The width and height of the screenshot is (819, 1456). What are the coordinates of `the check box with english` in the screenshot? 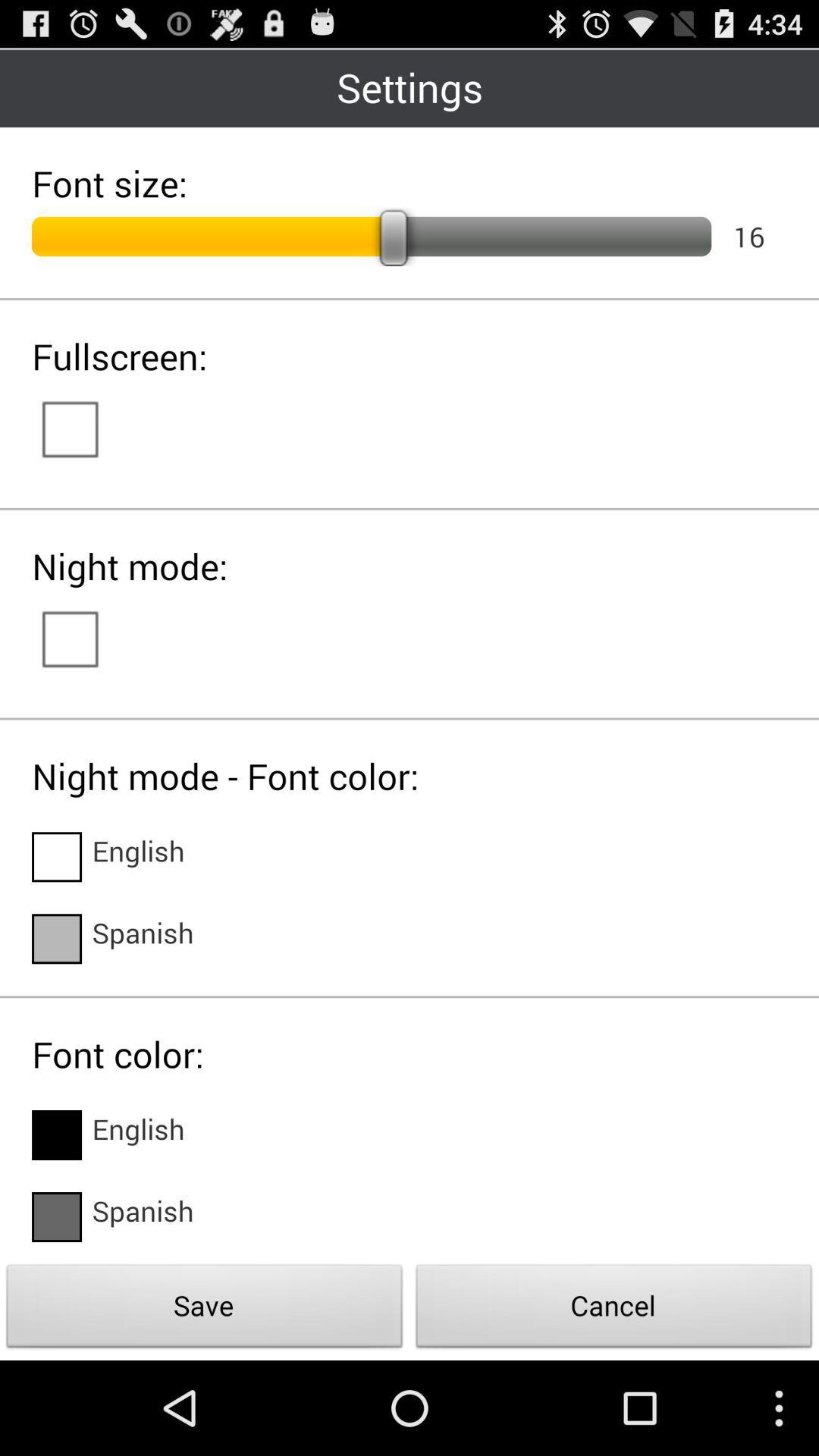 It's located at (55, 856).